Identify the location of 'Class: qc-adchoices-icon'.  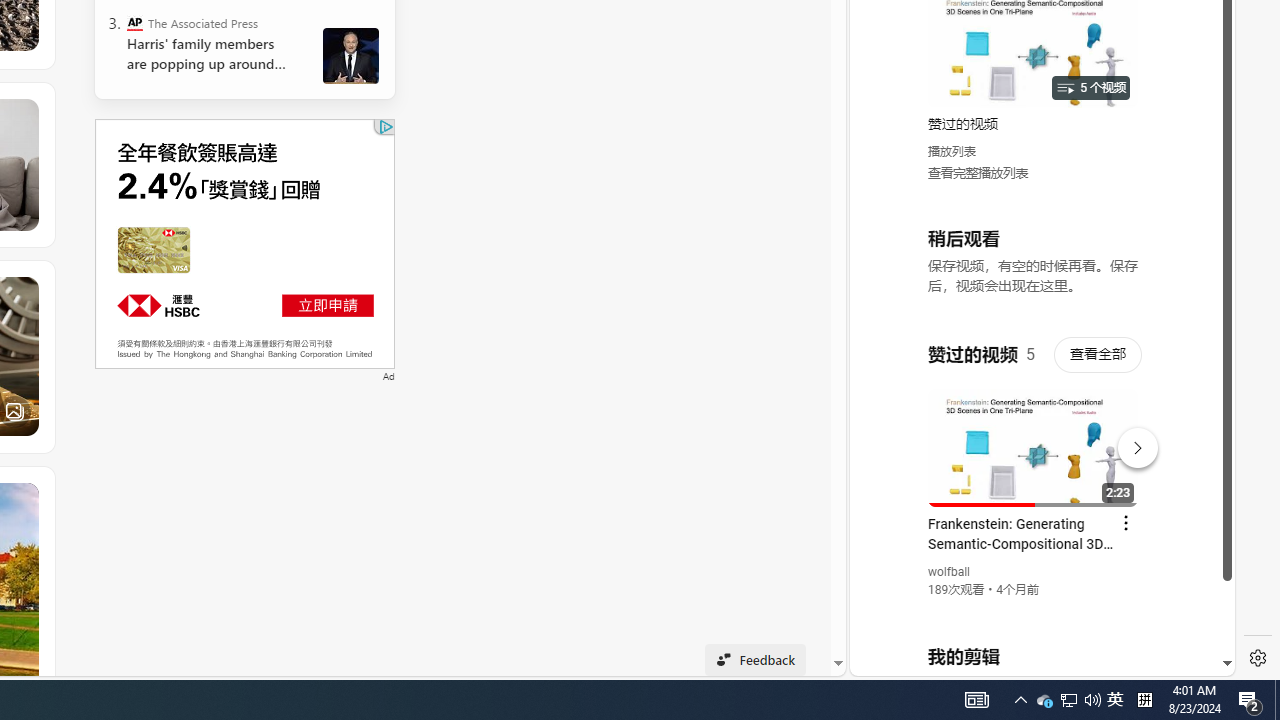
(386, 127).